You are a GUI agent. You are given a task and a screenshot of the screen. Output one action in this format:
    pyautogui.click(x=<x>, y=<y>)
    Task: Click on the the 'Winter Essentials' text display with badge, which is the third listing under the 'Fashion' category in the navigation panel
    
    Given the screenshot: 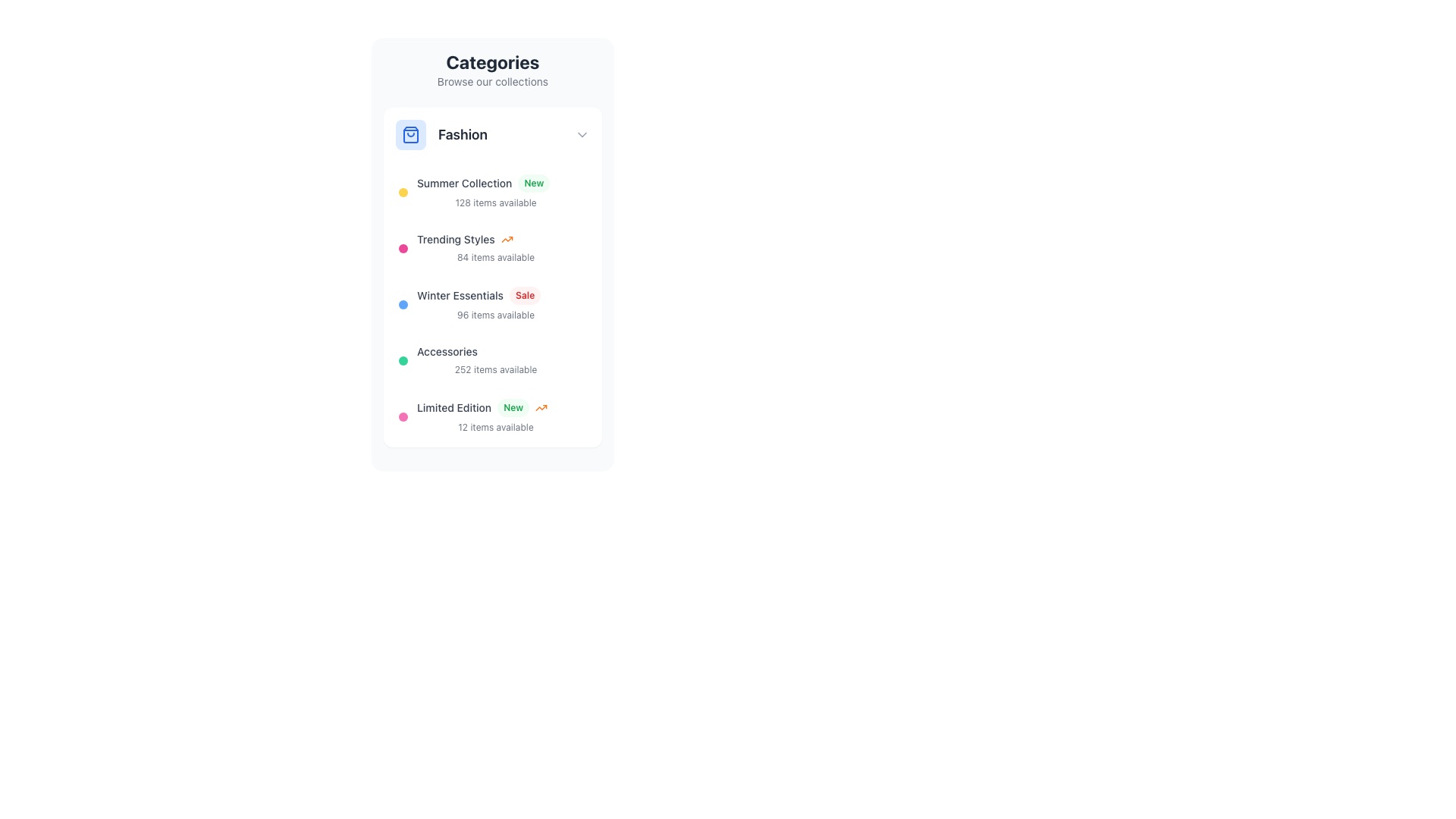 What is the action you would take?
    pyautogui.click(x=495, y=304)
    